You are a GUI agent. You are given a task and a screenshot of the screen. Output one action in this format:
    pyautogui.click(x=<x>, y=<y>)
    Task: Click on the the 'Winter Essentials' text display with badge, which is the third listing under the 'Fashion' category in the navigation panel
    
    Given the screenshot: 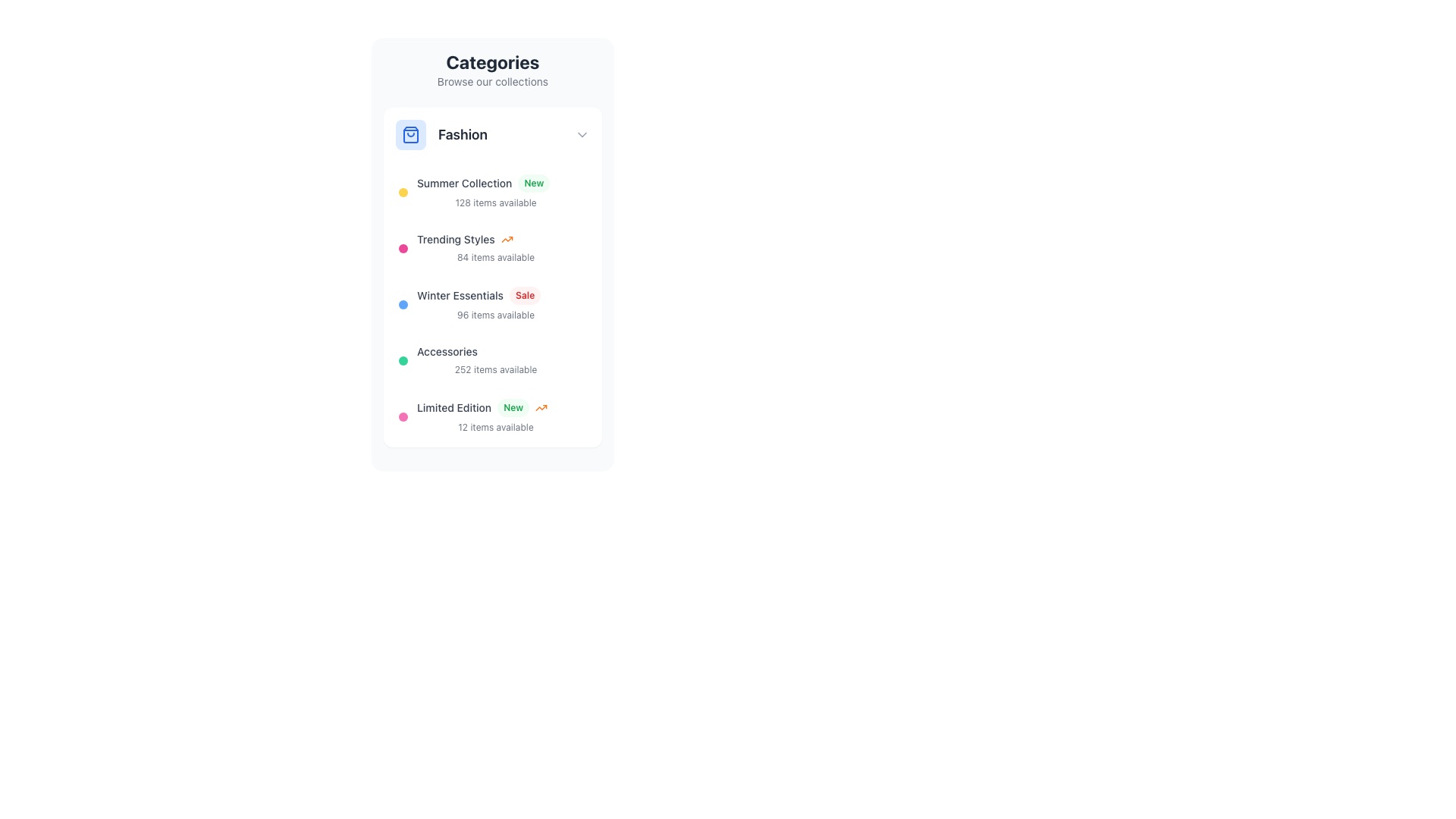 What is the action you would take?
    pyautogui.click(x=495, y=304)
    